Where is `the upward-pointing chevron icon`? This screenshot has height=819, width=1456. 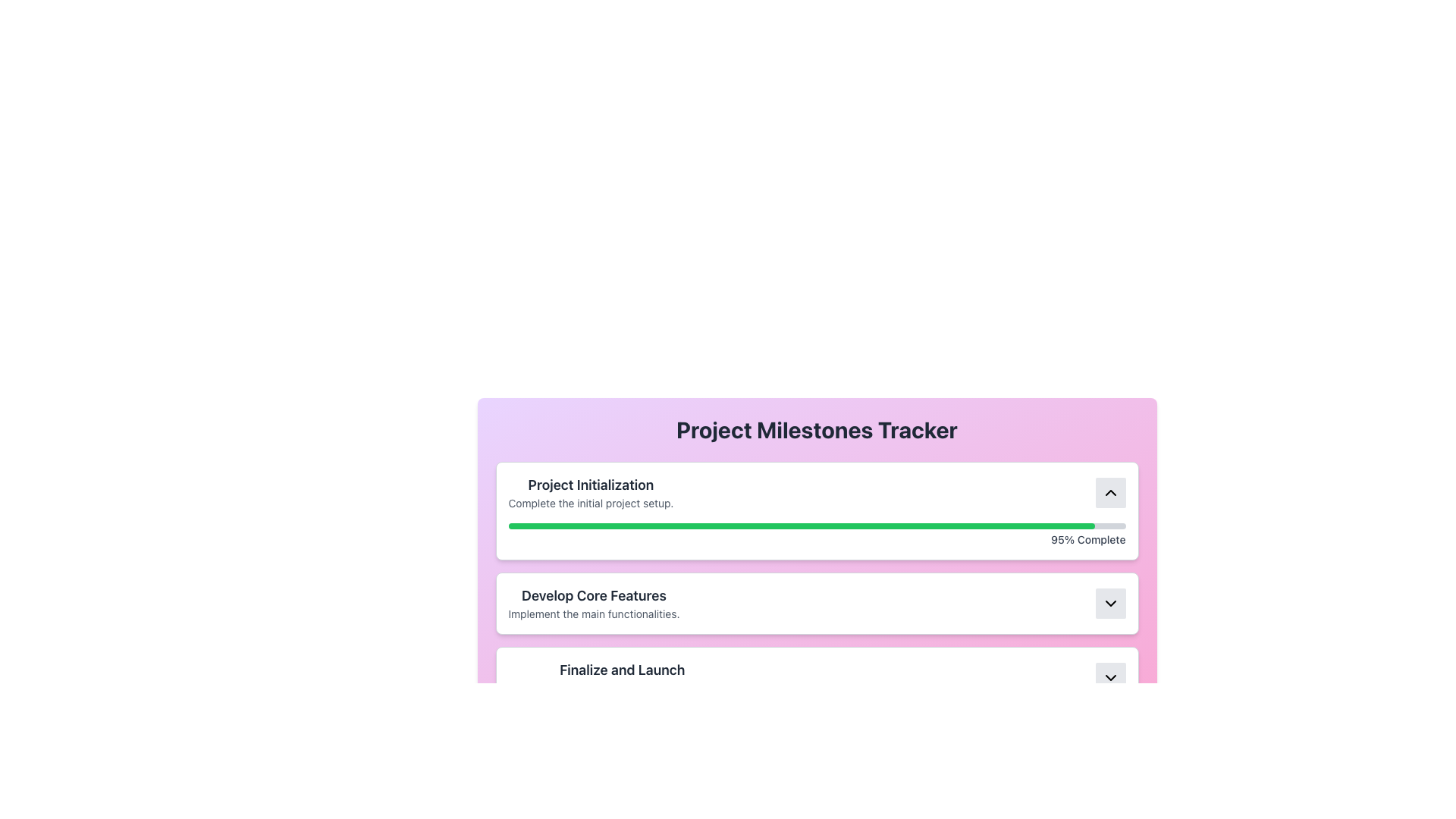 the upward-pointing chevron icon is located at coordinates (1110, 493).